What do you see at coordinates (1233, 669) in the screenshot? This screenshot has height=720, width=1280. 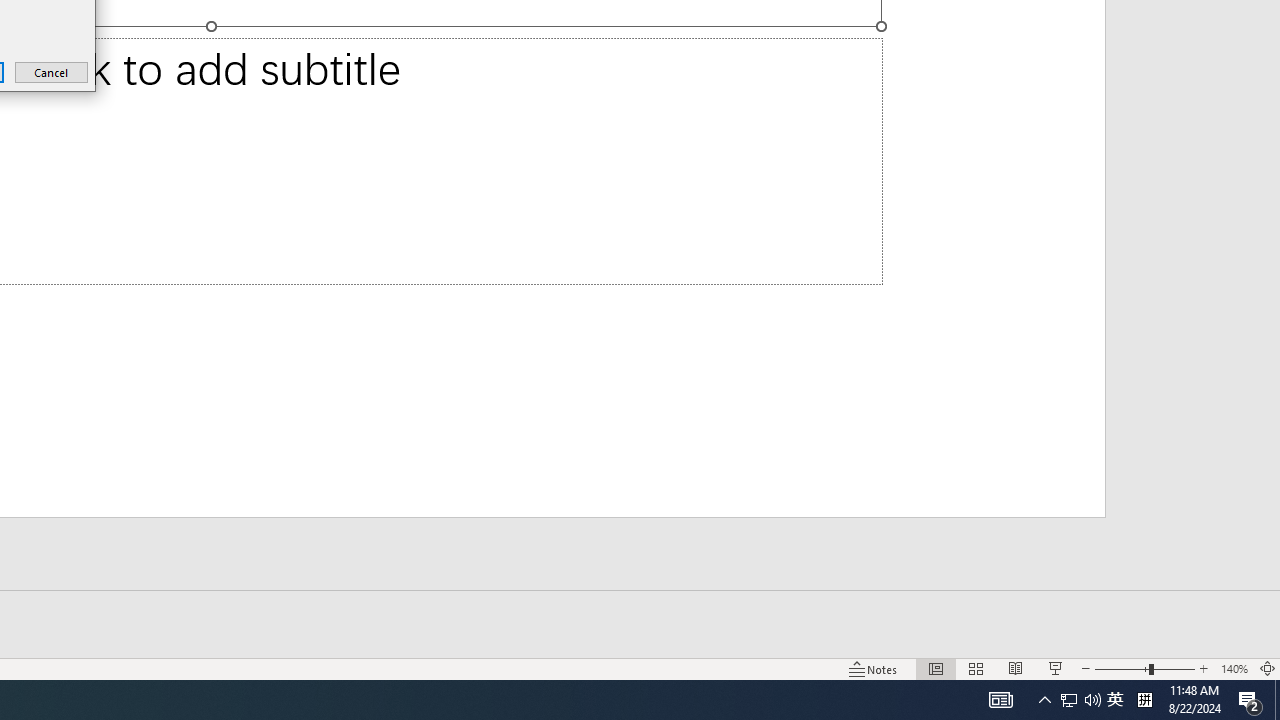 I see `'Zoom 140%'` at bounding box center [1233, 669].